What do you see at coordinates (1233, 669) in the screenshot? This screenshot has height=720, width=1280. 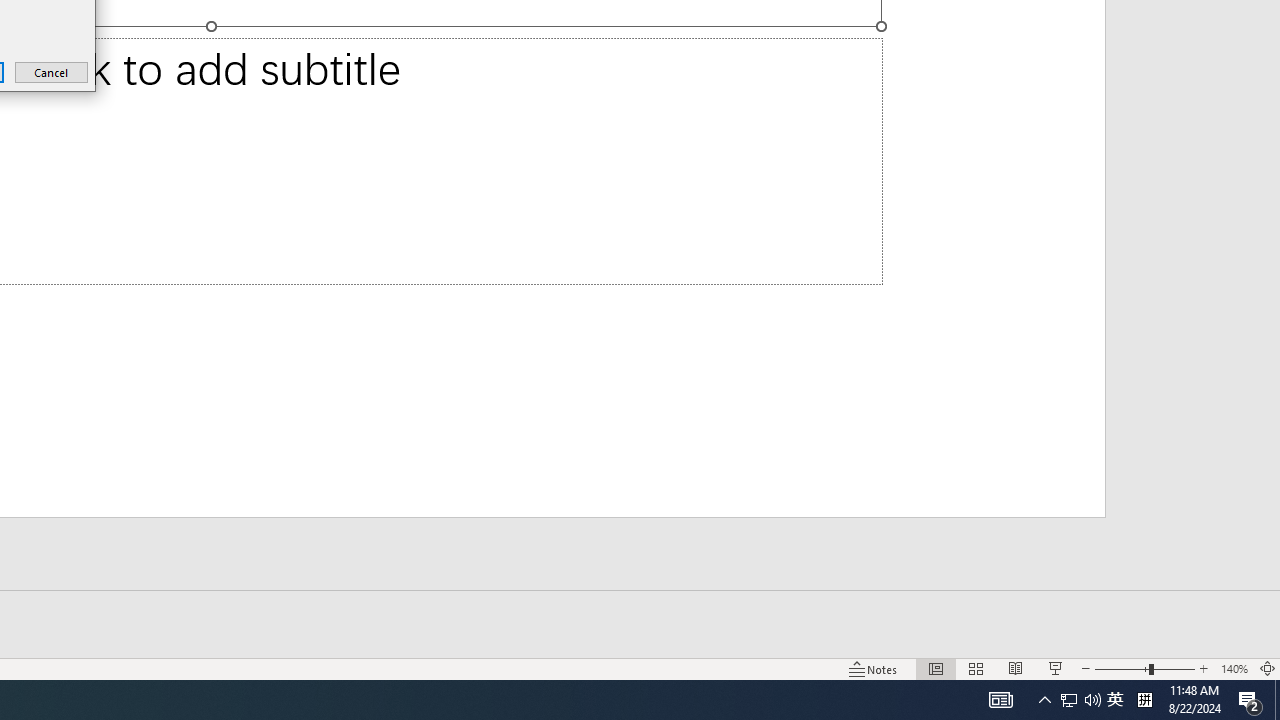 I see `'Zoom 140%'` at bounding box center [1233, 669].